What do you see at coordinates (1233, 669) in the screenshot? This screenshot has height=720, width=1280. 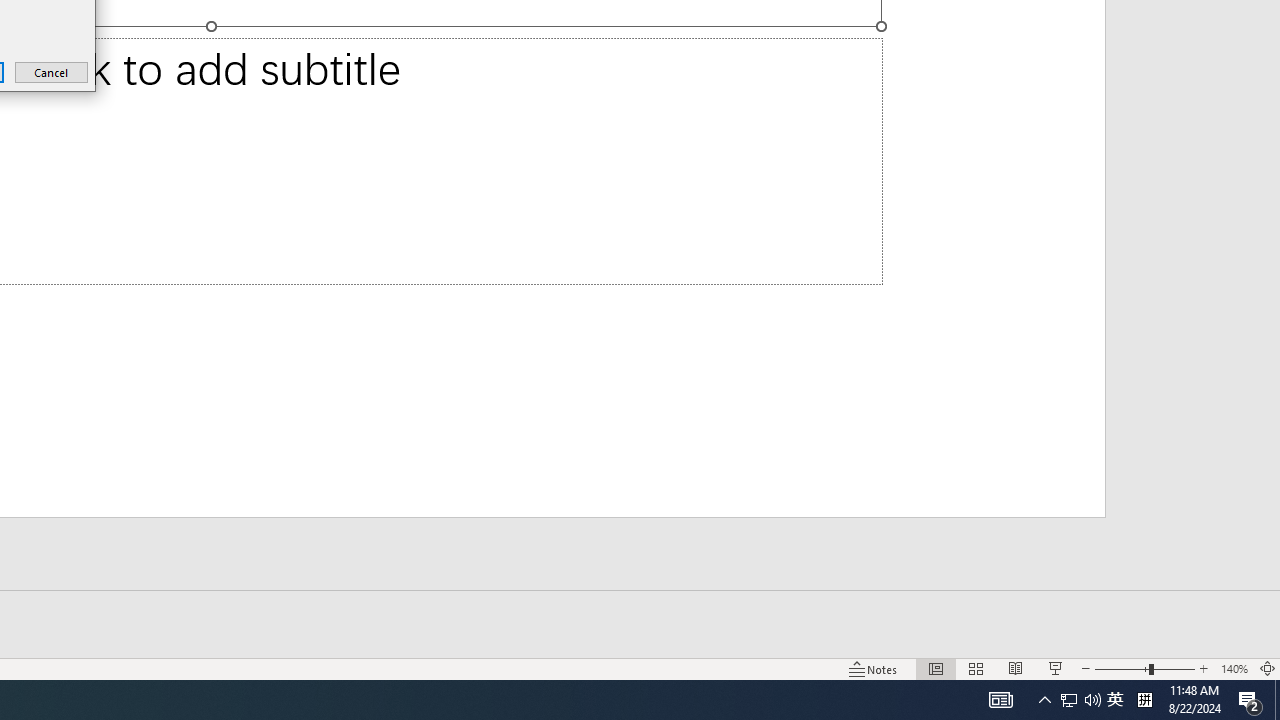 I see `'Zoom 140%'` at bounding box center [1233, 669].